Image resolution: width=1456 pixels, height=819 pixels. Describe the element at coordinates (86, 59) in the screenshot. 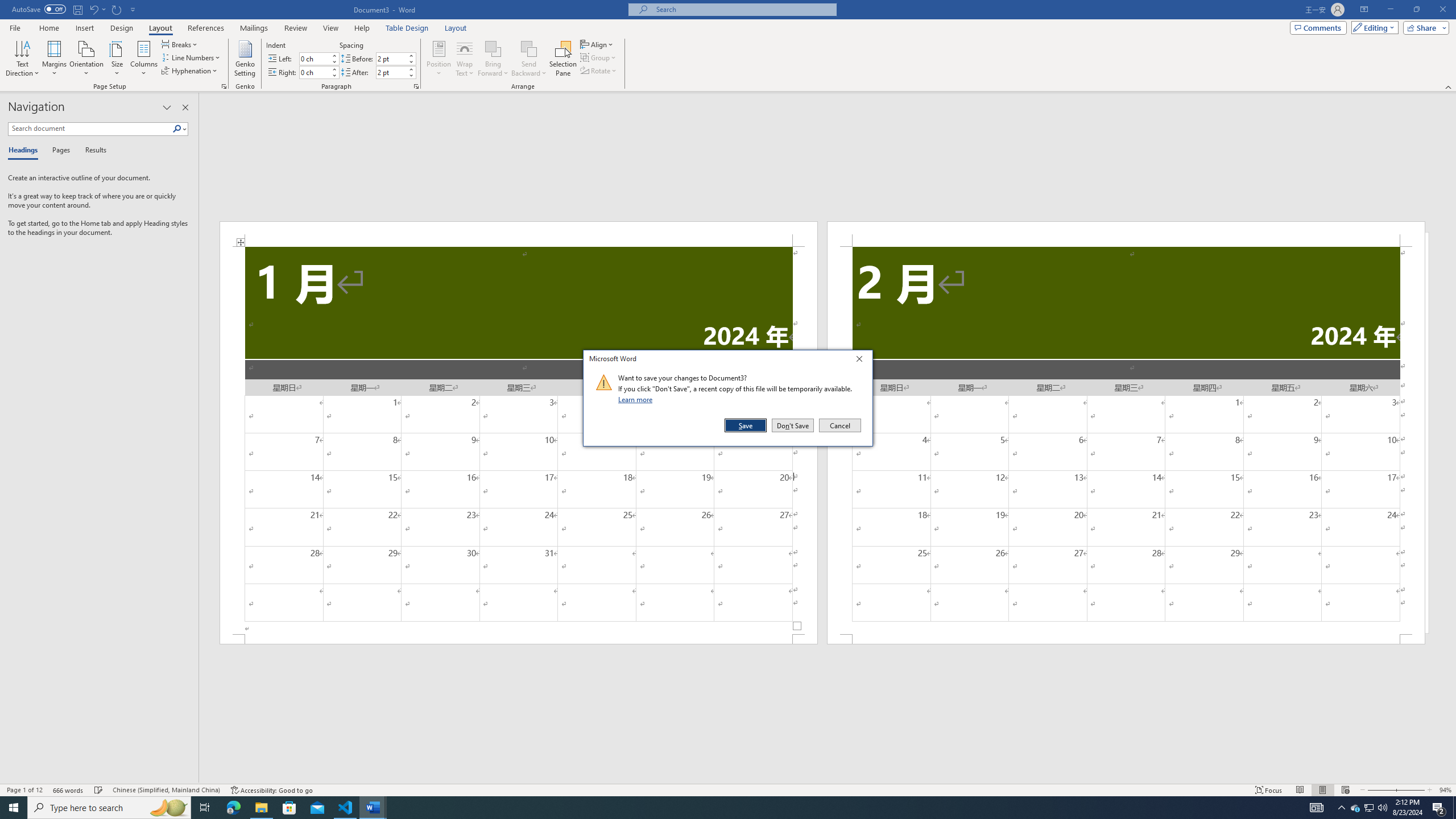

I see `'Orientation'` at that location.